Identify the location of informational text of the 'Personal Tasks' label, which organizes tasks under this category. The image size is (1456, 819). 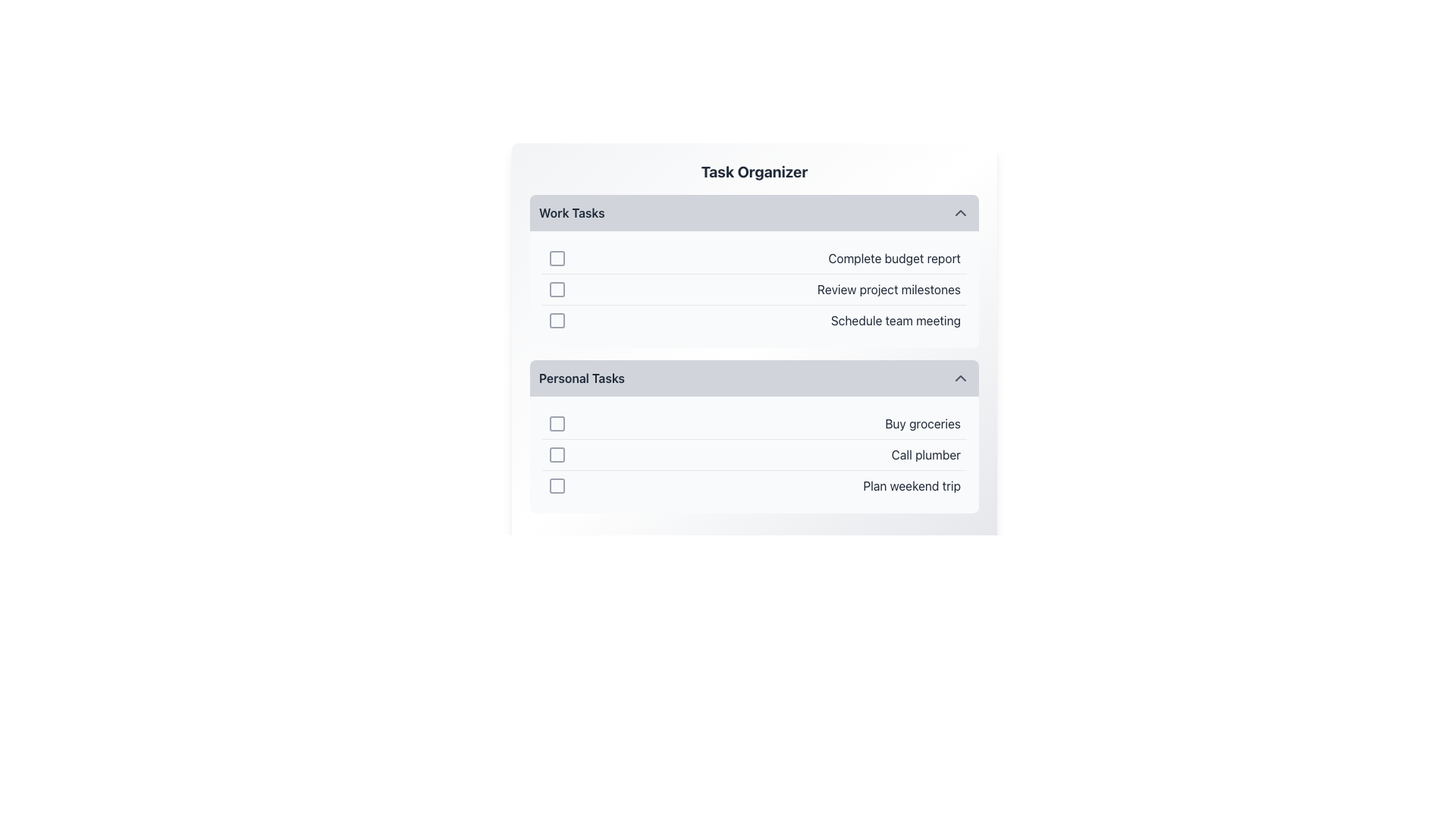
(581, 377).